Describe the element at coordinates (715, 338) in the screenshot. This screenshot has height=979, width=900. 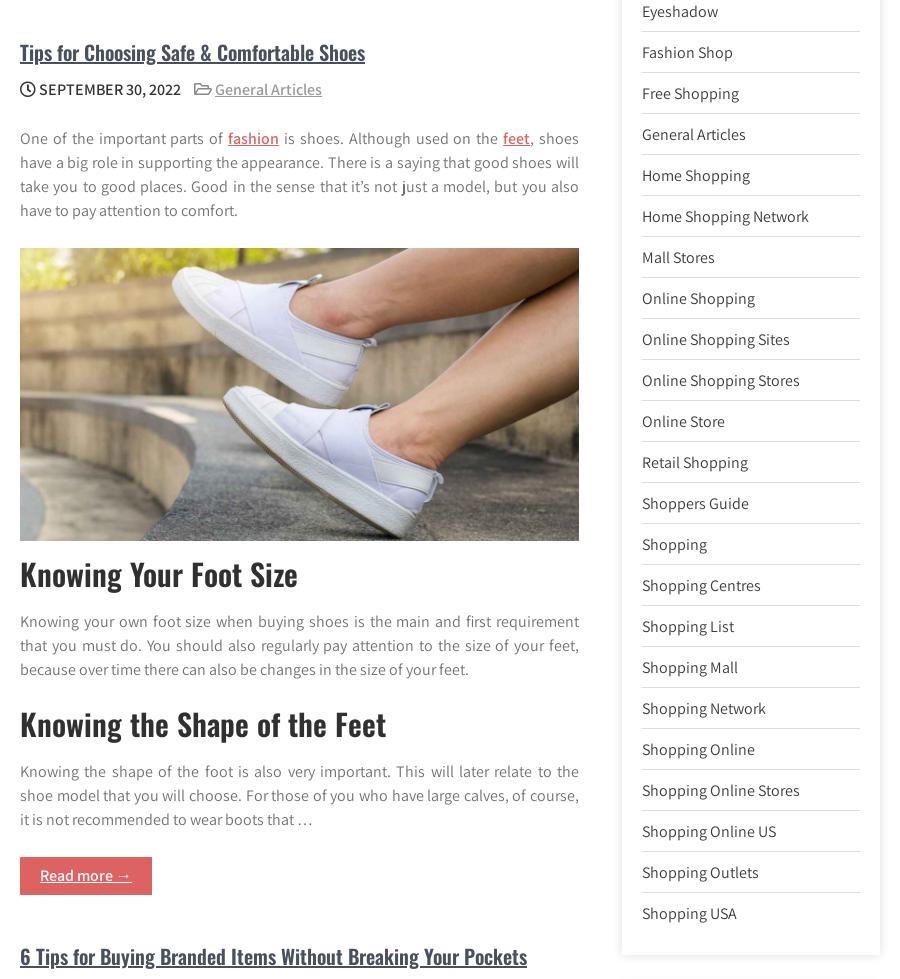
I see `'Online Shopping Sites'` at that location.